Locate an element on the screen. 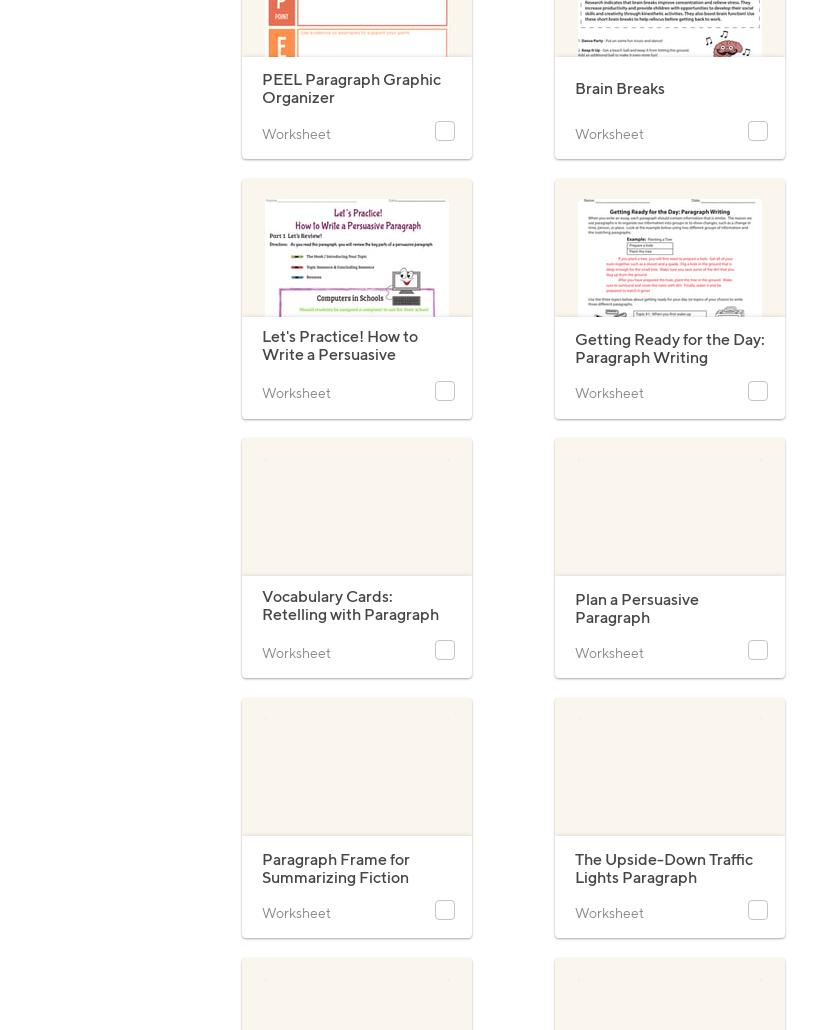  'Help students organize their ideas and structure their paragraph responses with this PEEL graphic organizer!' is located at coordinates (260, 142).